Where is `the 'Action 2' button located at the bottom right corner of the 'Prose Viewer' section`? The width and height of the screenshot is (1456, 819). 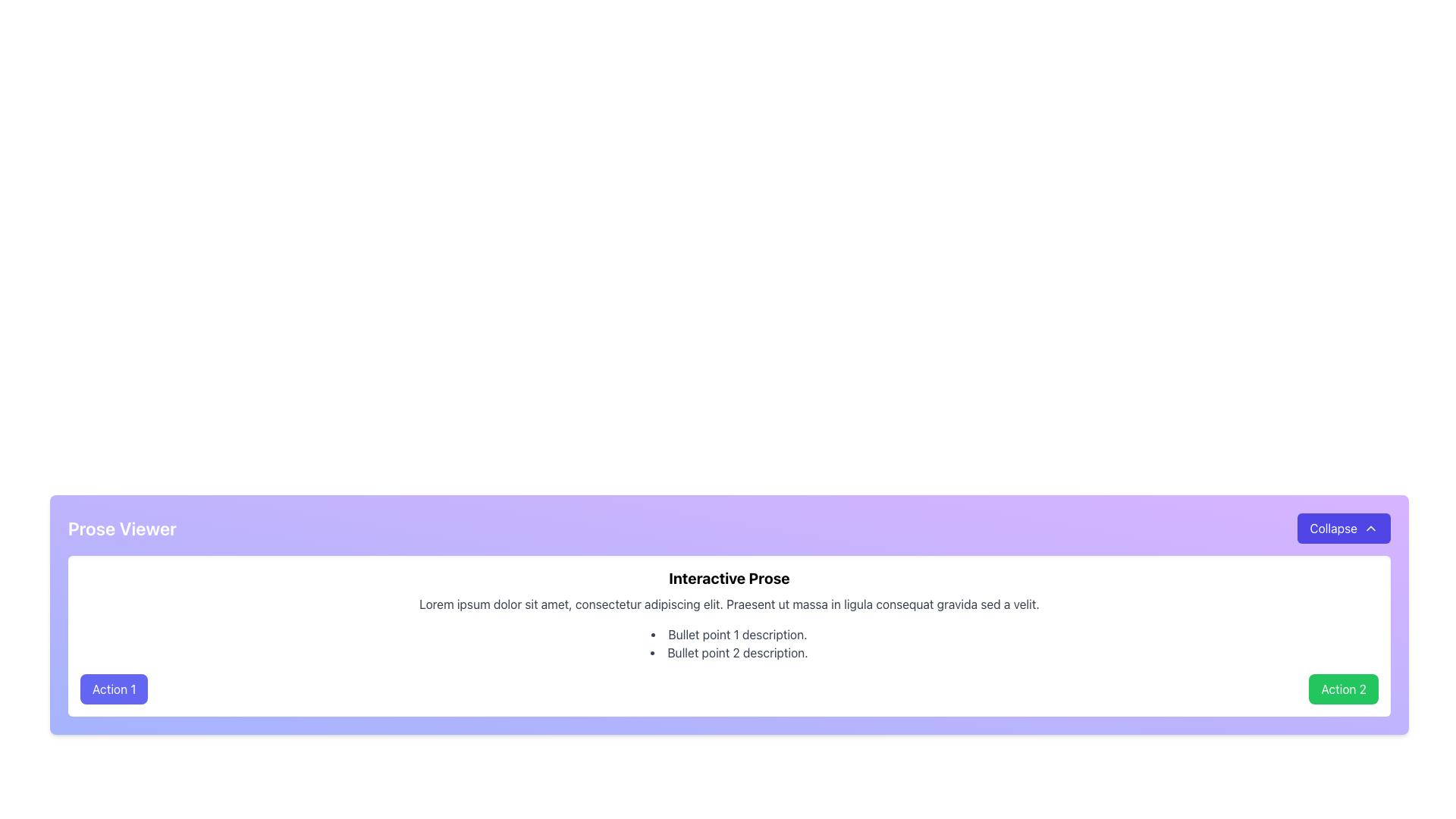
the 'Action 2' button located at the bottom right corner of the 'Prose Viewer' section is located at coordinates (1344, 689).